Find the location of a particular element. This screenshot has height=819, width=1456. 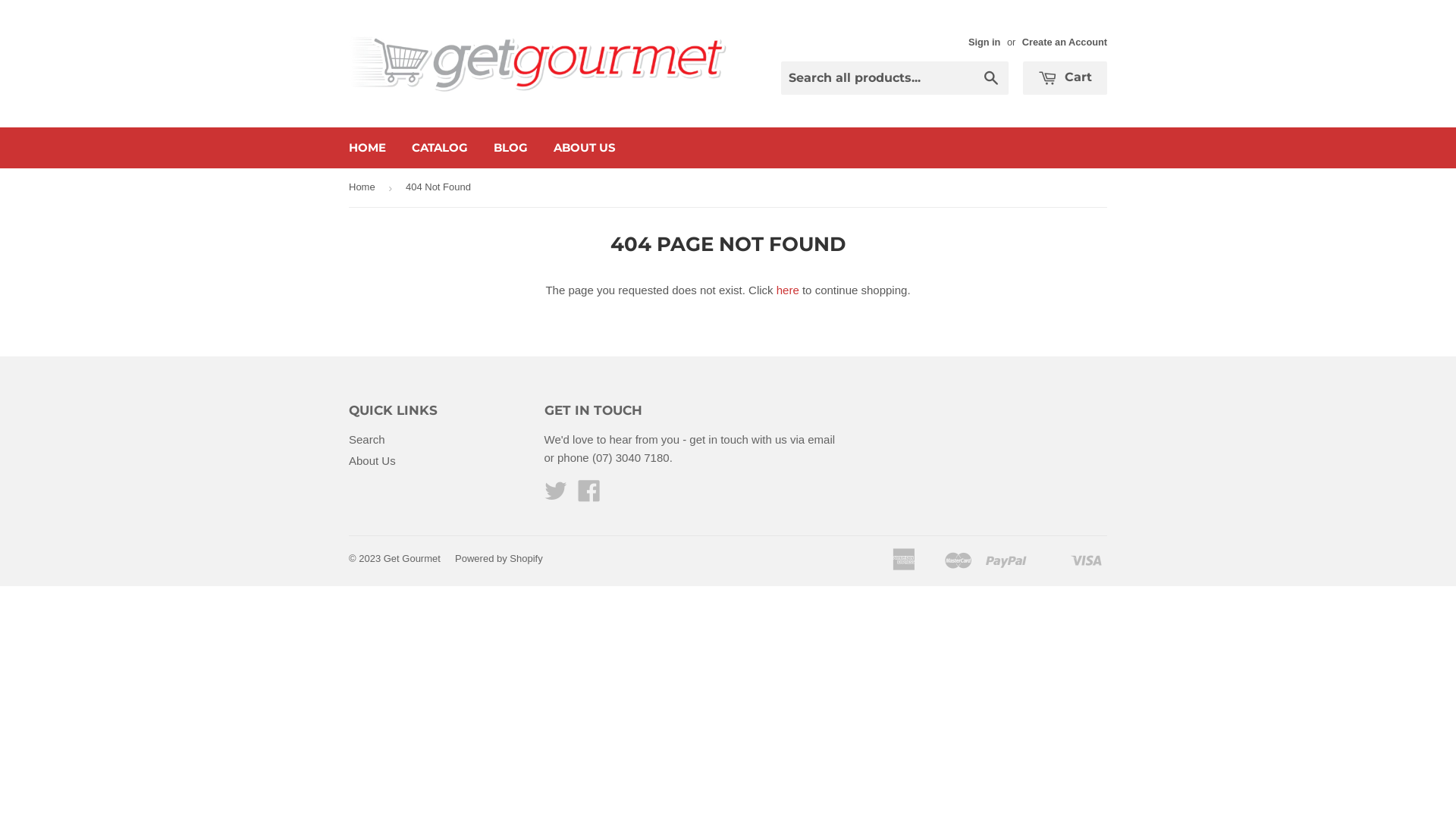

'Sign in' is located at coordinates (984, 41).